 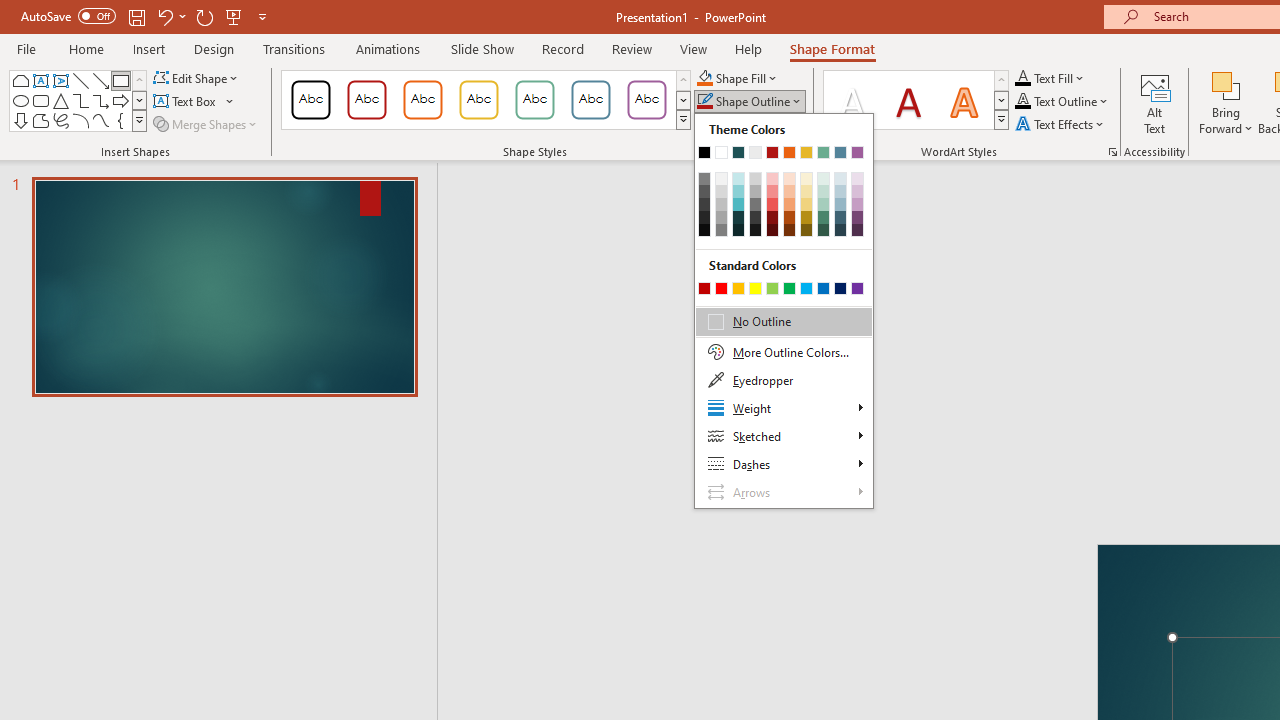 What do you see at coordinates (647, 100) in the screenshot?
I see `'Colored Outline - Purple, Accent 6'` at bounding box center [647, 100].